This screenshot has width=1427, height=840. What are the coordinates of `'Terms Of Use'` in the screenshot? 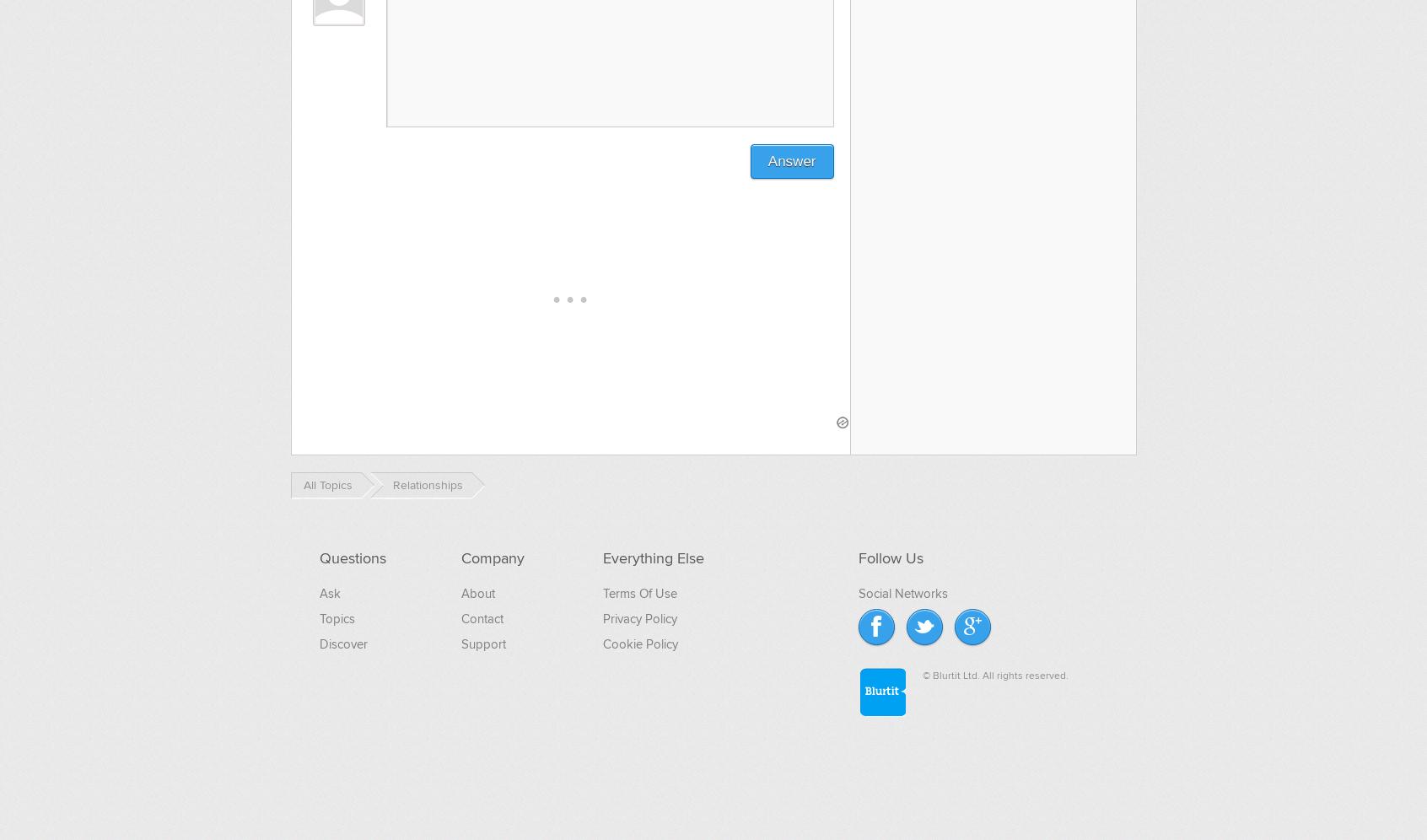 It's located at (638, 592).